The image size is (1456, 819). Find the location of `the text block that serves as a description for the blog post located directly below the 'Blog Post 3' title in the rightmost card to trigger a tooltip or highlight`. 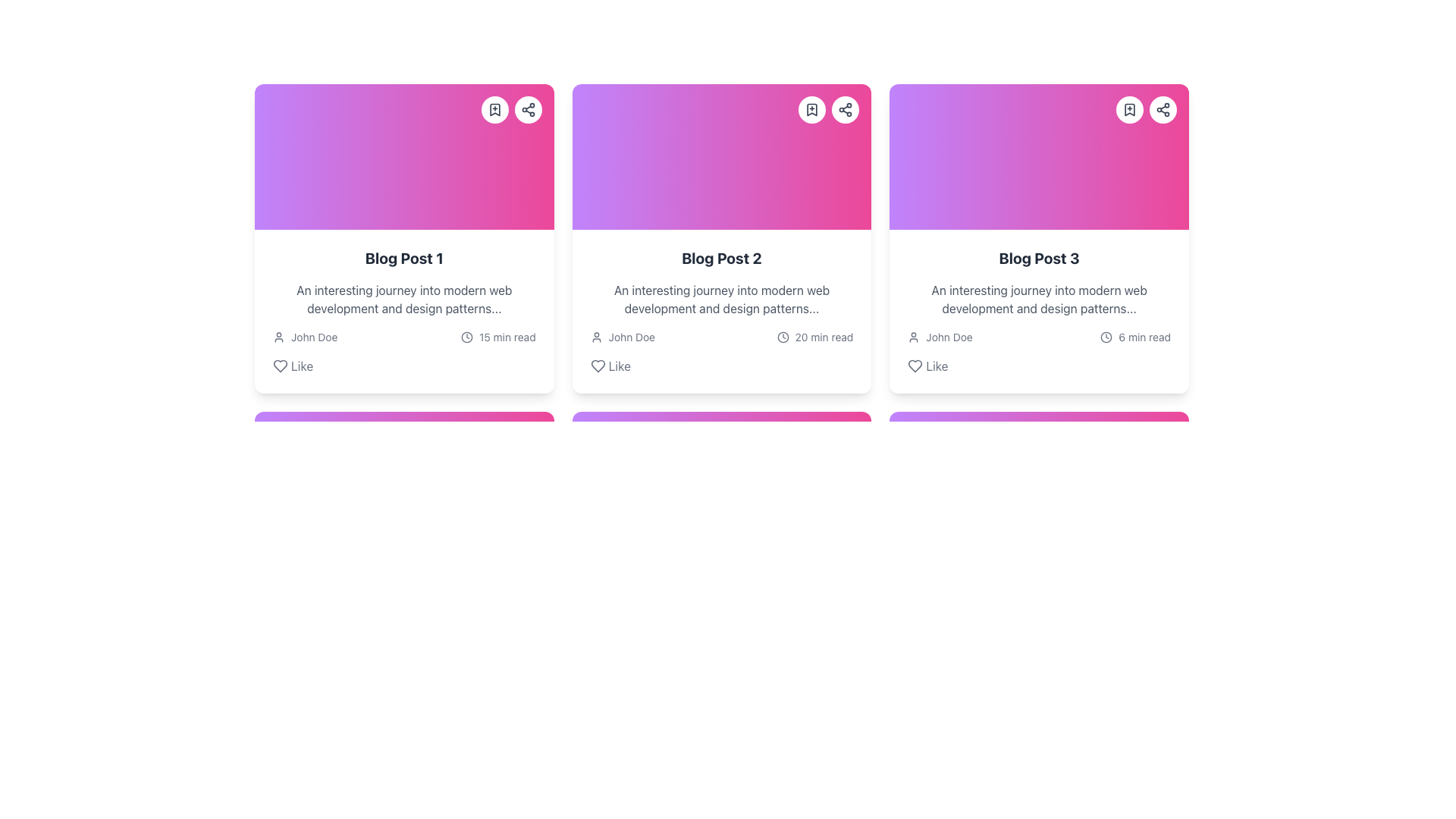

the text block that serves as a description for the blog post located directly below the 'Blog Post 3' title in the rightmost card to trigger a tooltip or highlight is located at coordinates (1038, 299).